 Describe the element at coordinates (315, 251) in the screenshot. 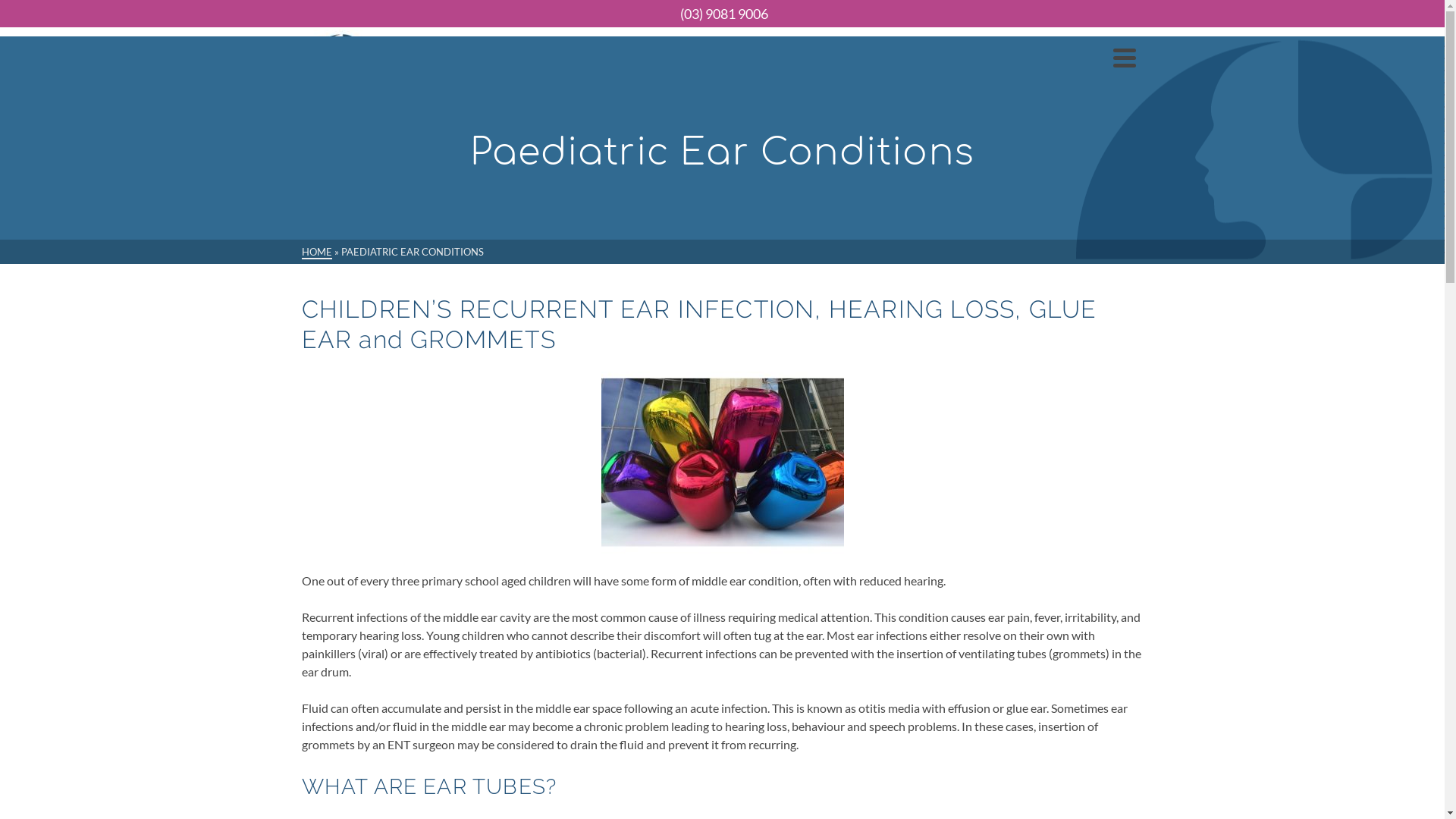

I see `'HOME'` at that location.